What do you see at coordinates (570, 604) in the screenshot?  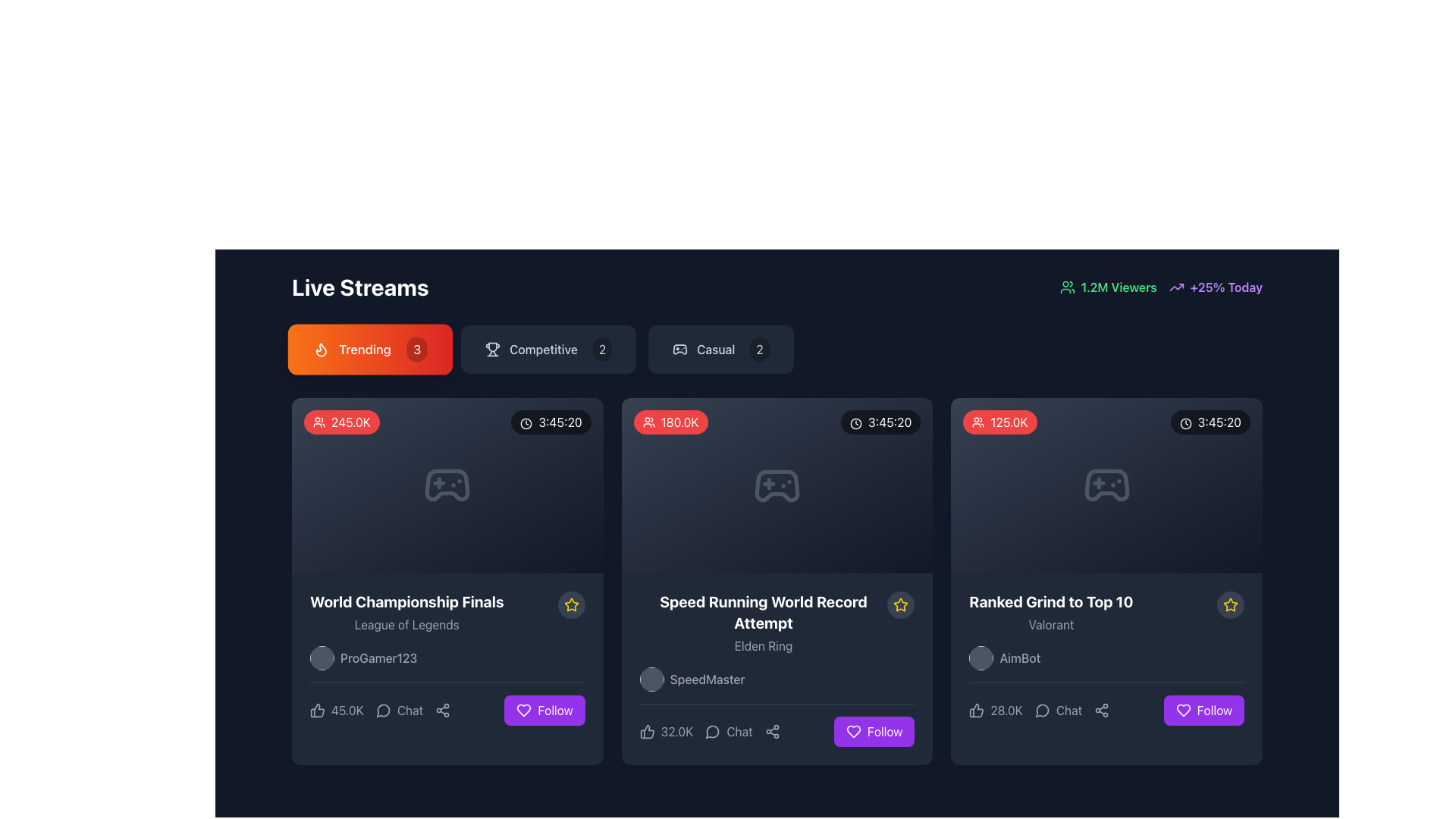 I see `the bookmarking button located at the top-right corner of the 'World Championship Finals' card` at bounding box center [570, 604].